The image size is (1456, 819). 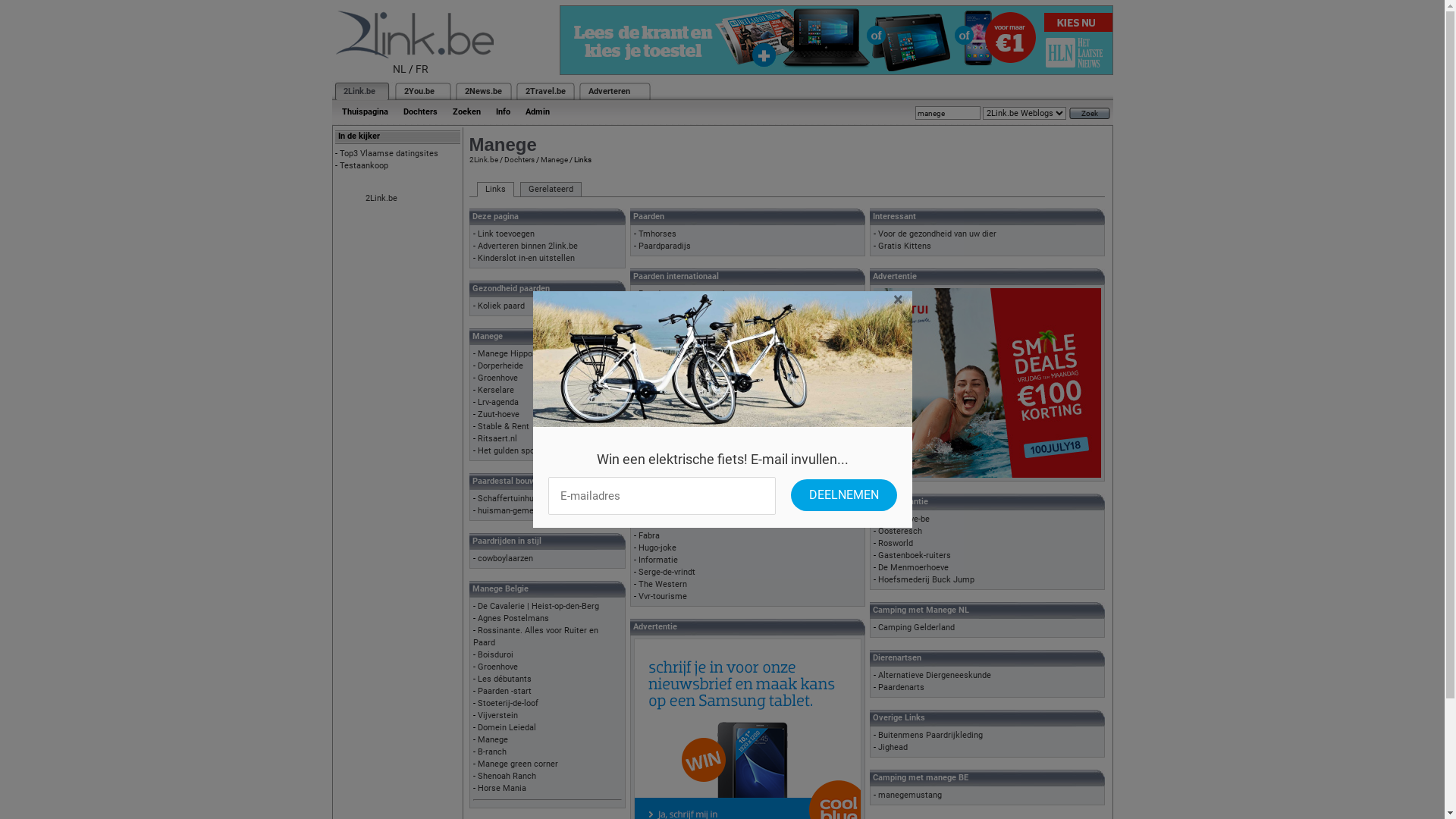 I want to click on 'Hippomakelaar', so click(x=638, y=463).